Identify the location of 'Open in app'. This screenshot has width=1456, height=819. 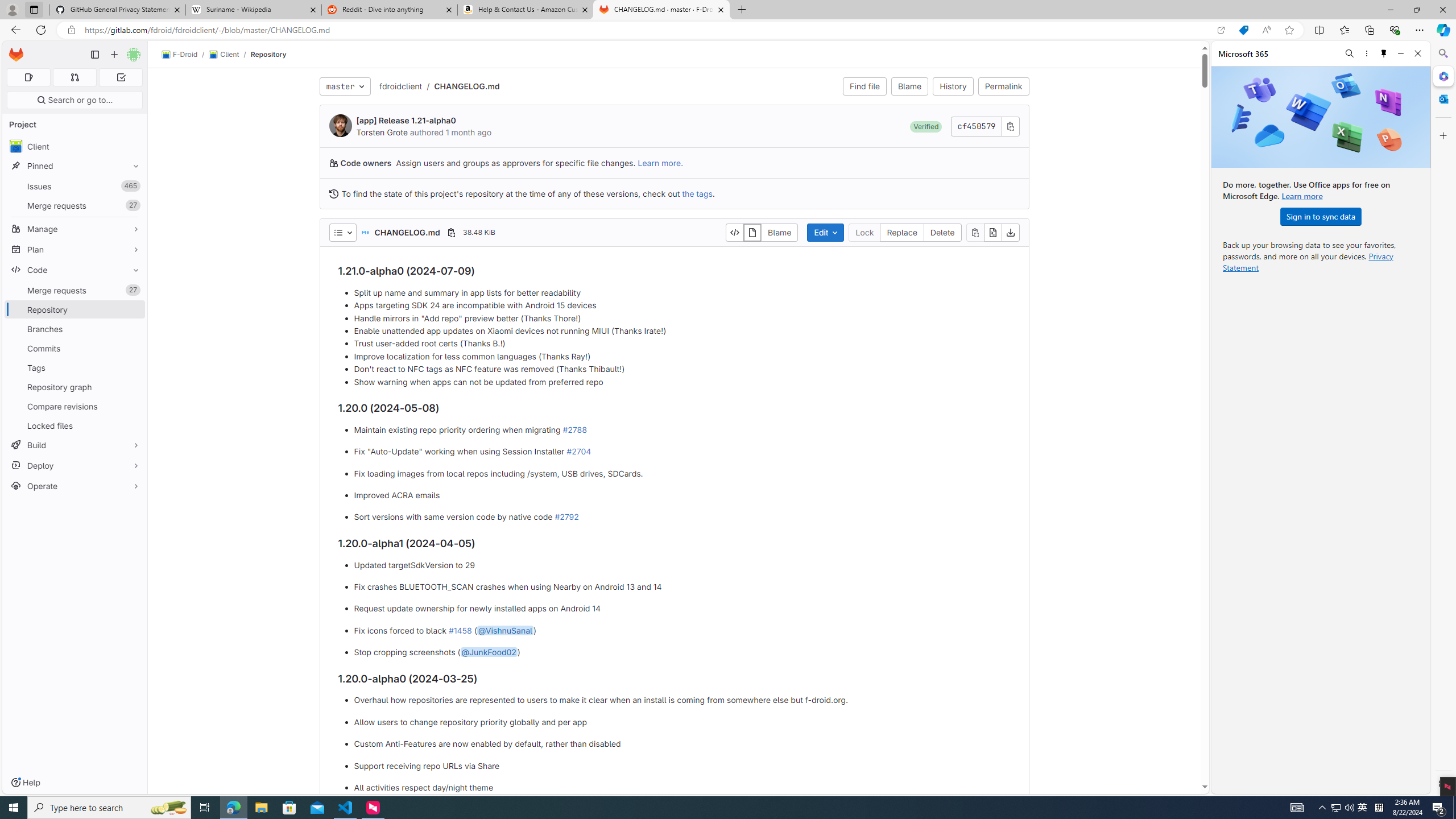
(1220, 30).